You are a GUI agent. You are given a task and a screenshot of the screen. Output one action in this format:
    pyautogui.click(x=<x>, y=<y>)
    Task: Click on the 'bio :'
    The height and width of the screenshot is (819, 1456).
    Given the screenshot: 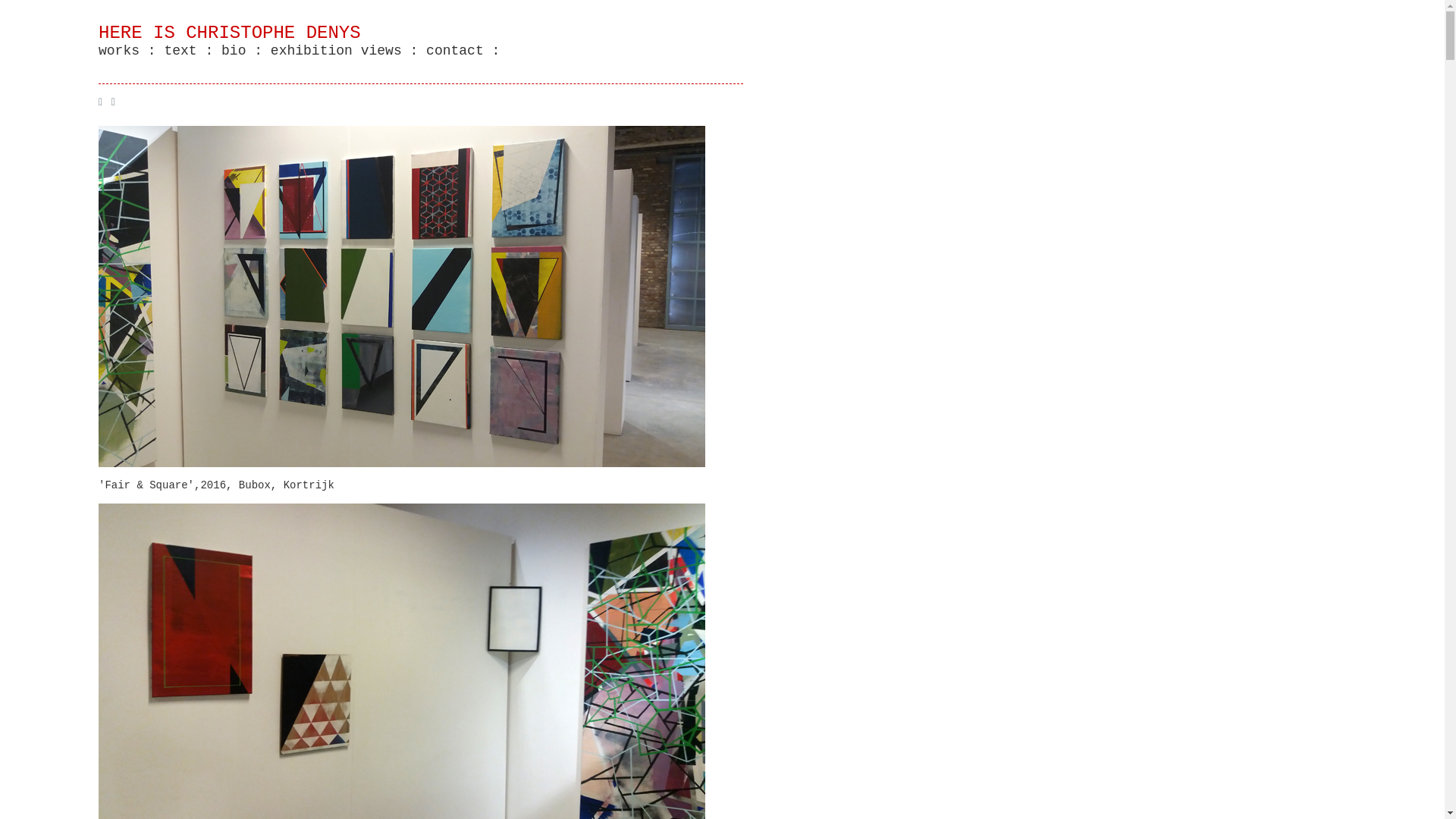 What is the action you would take?
    pyautogui.click(x=237, y=49)
    